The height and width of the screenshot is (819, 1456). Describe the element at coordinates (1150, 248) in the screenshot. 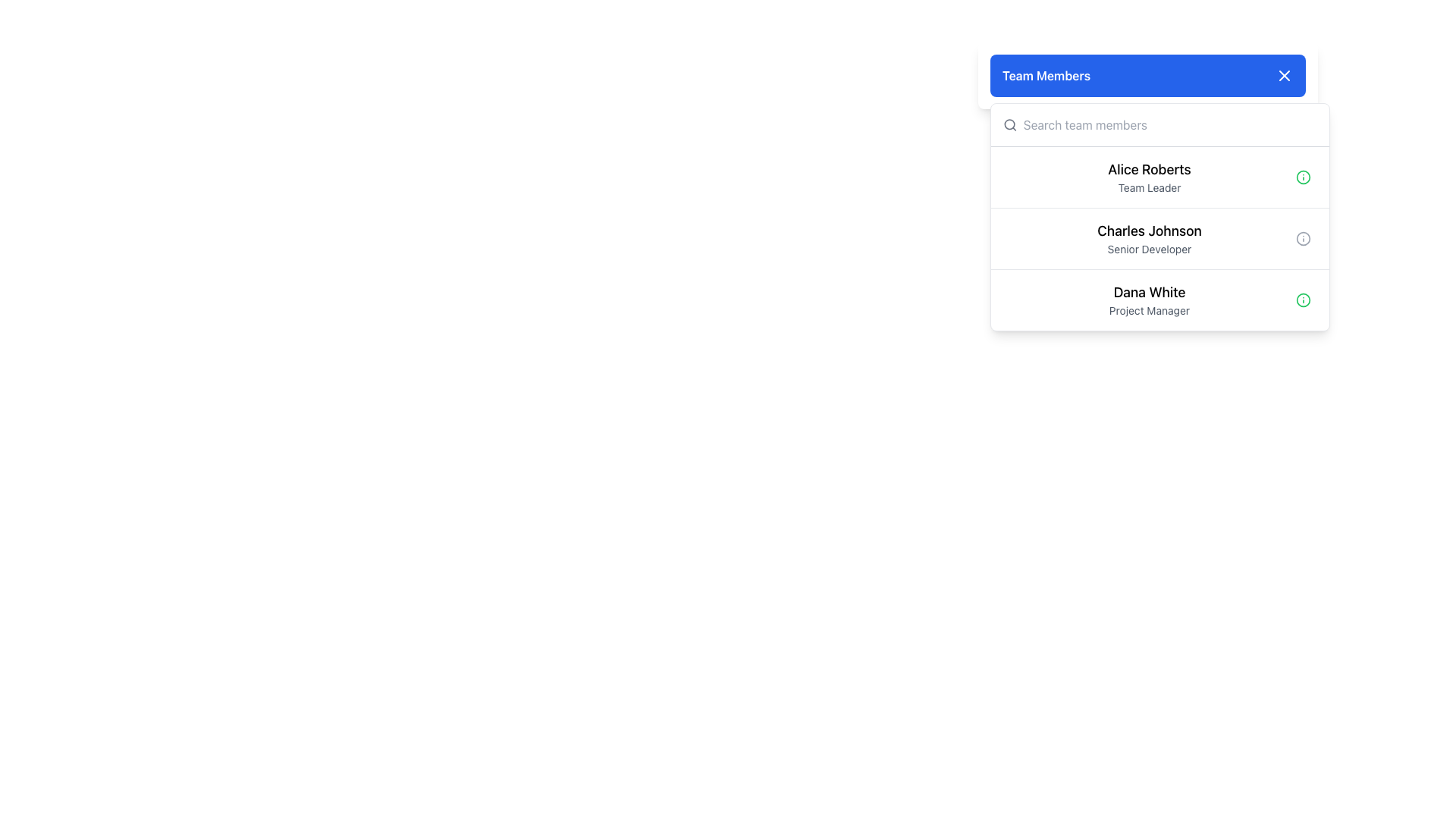

I see `the text label displaying the role of 'Charles Johnson' located directly below his name within the 'Team Members' dropdown panel` at that location.